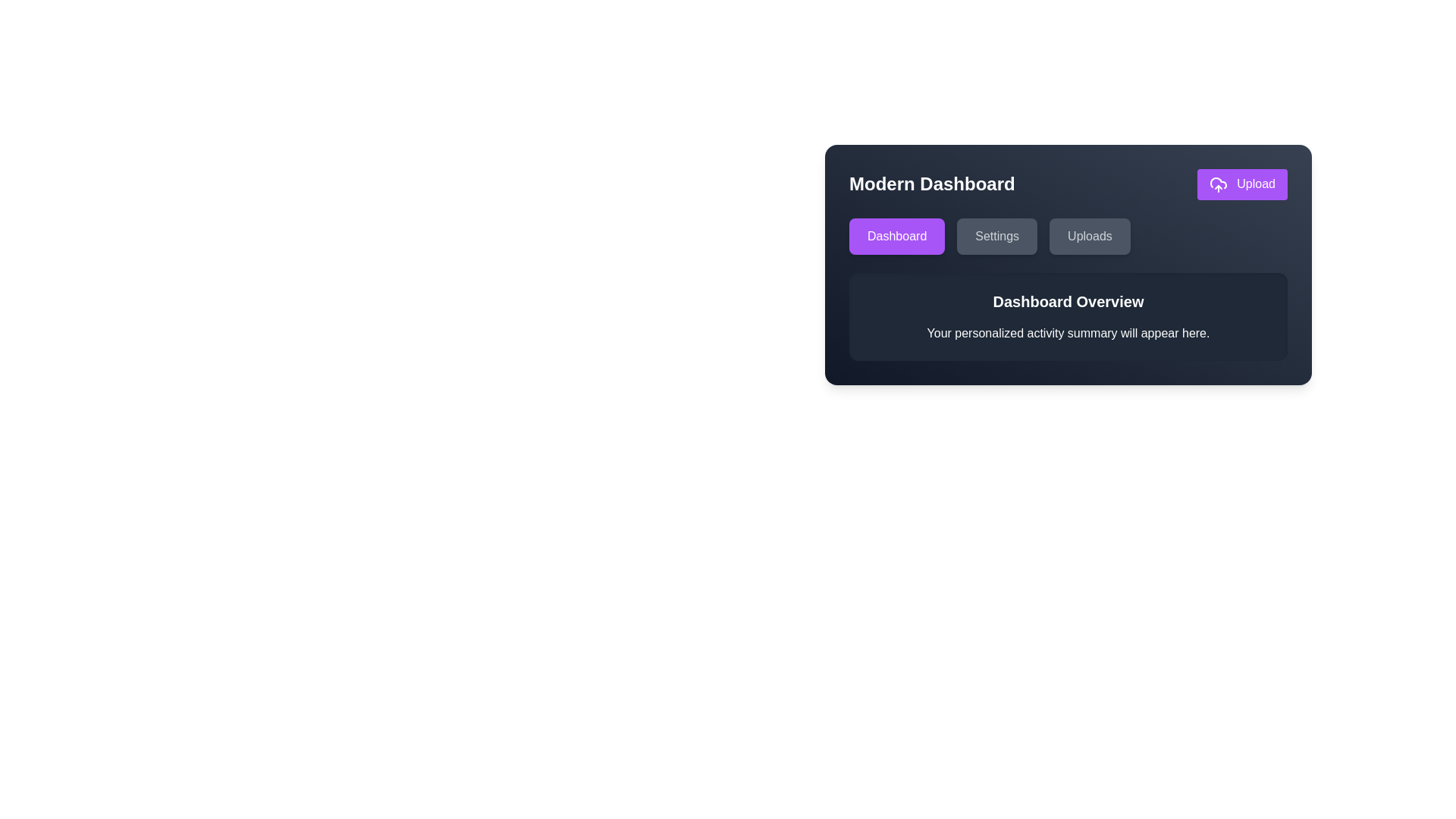 The height and width of the screenshot is (819, 1456). I want to click on the text label or heading located in the header section on the left side, which serves as the title for the current page or section, so click(931, 184).